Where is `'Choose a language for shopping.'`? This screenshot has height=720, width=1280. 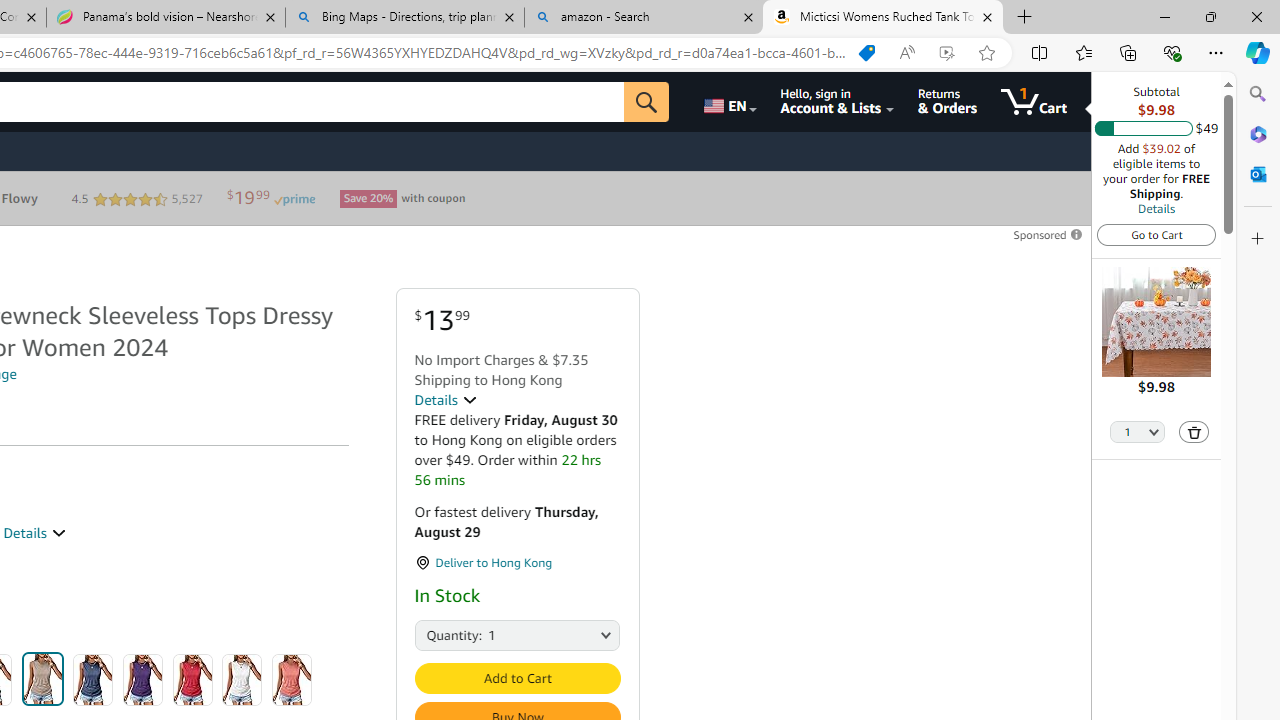 'Choose a language for shopping.' is located at coordinates (727, 101).